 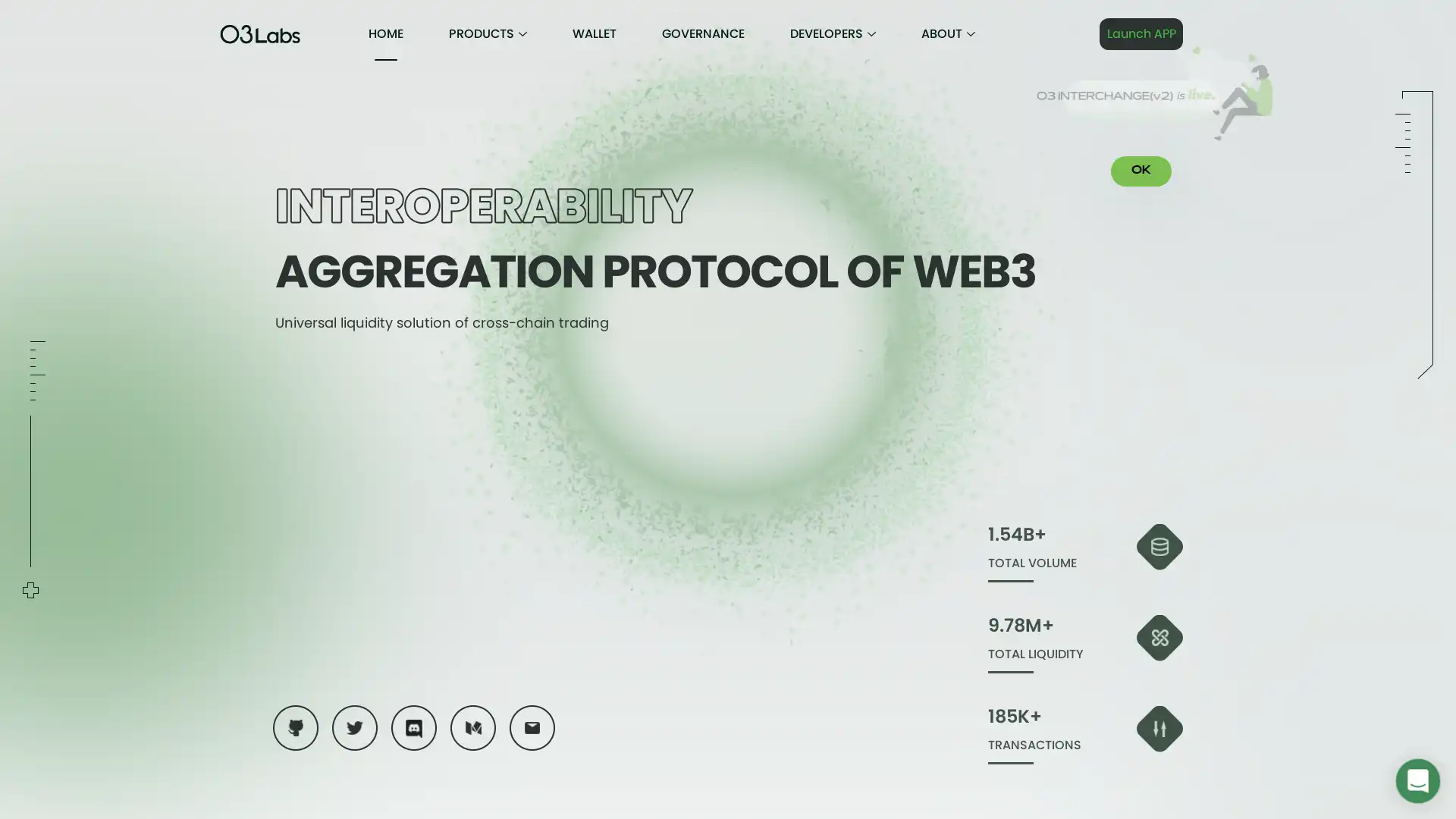 What do you see at coordinates (1141, 34) in the screenshot?
I see `Launch APP` at bounding box center [1141, 34].